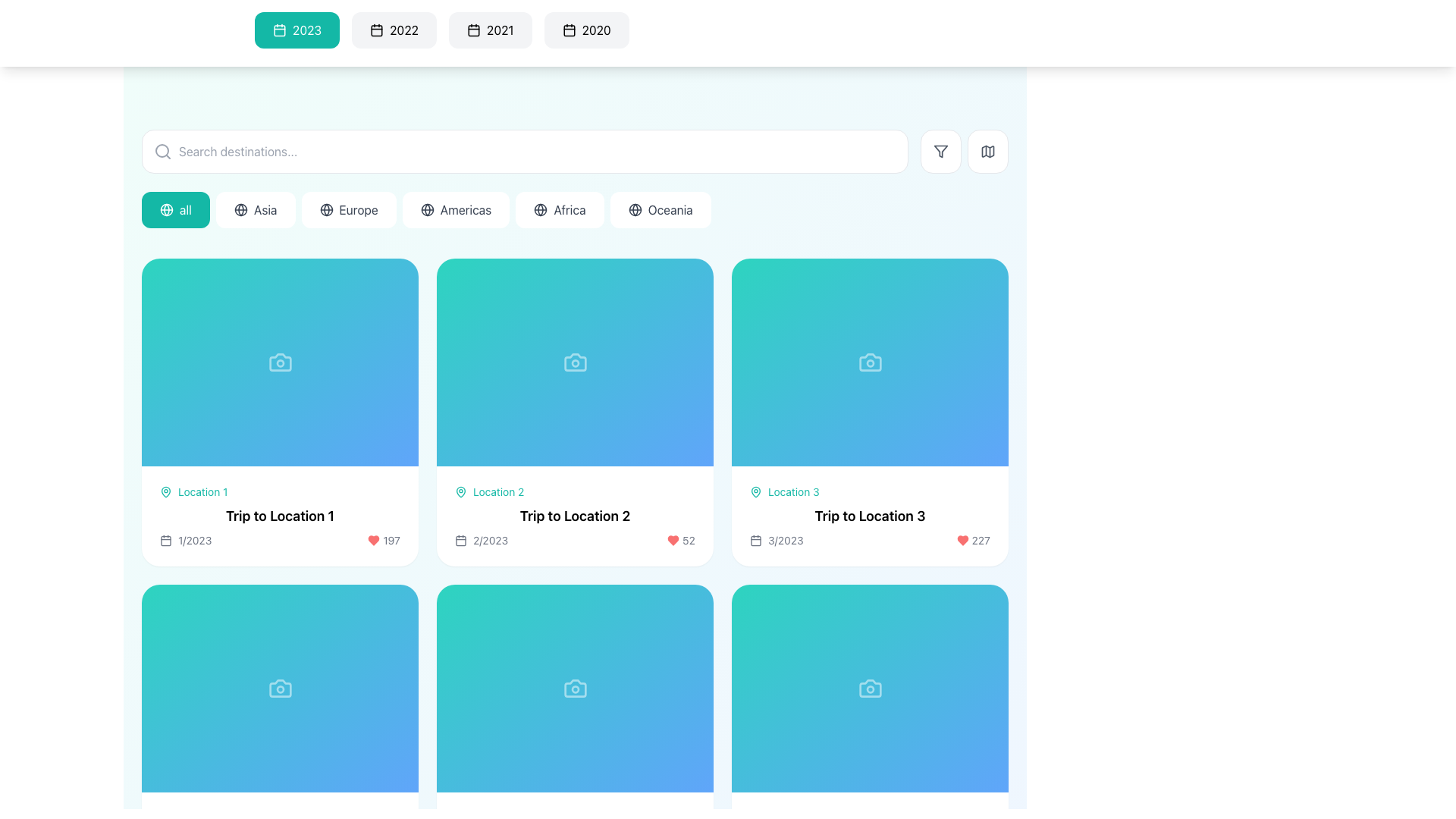 The height and width of the screenshot is (819, 1456). I want to click on the filtering icon button located in the top navigation bar, aligned to the right side, so click(940, 152).